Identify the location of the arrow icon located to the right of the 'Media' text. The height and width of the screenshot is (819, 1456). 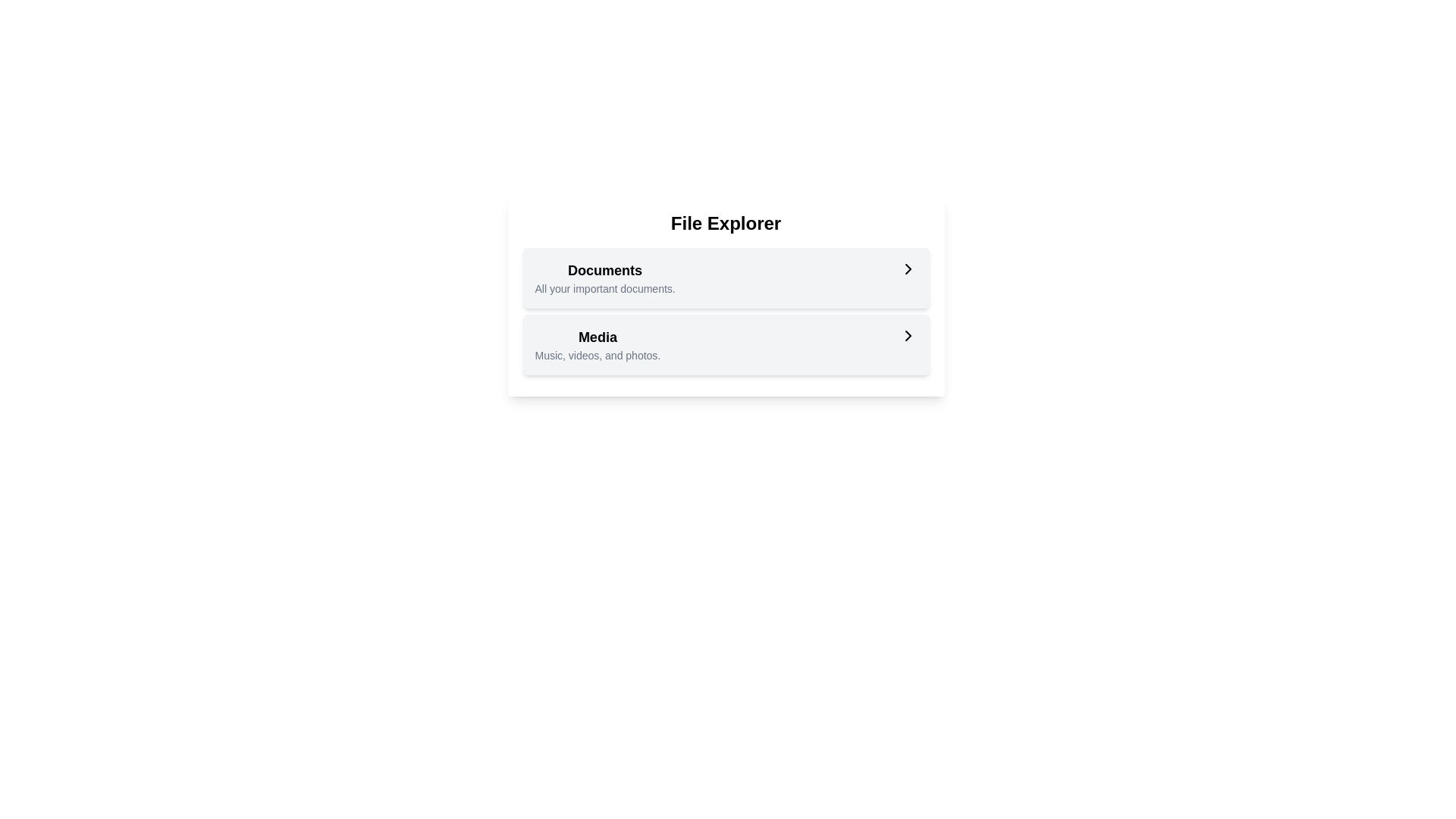
(908, 335).